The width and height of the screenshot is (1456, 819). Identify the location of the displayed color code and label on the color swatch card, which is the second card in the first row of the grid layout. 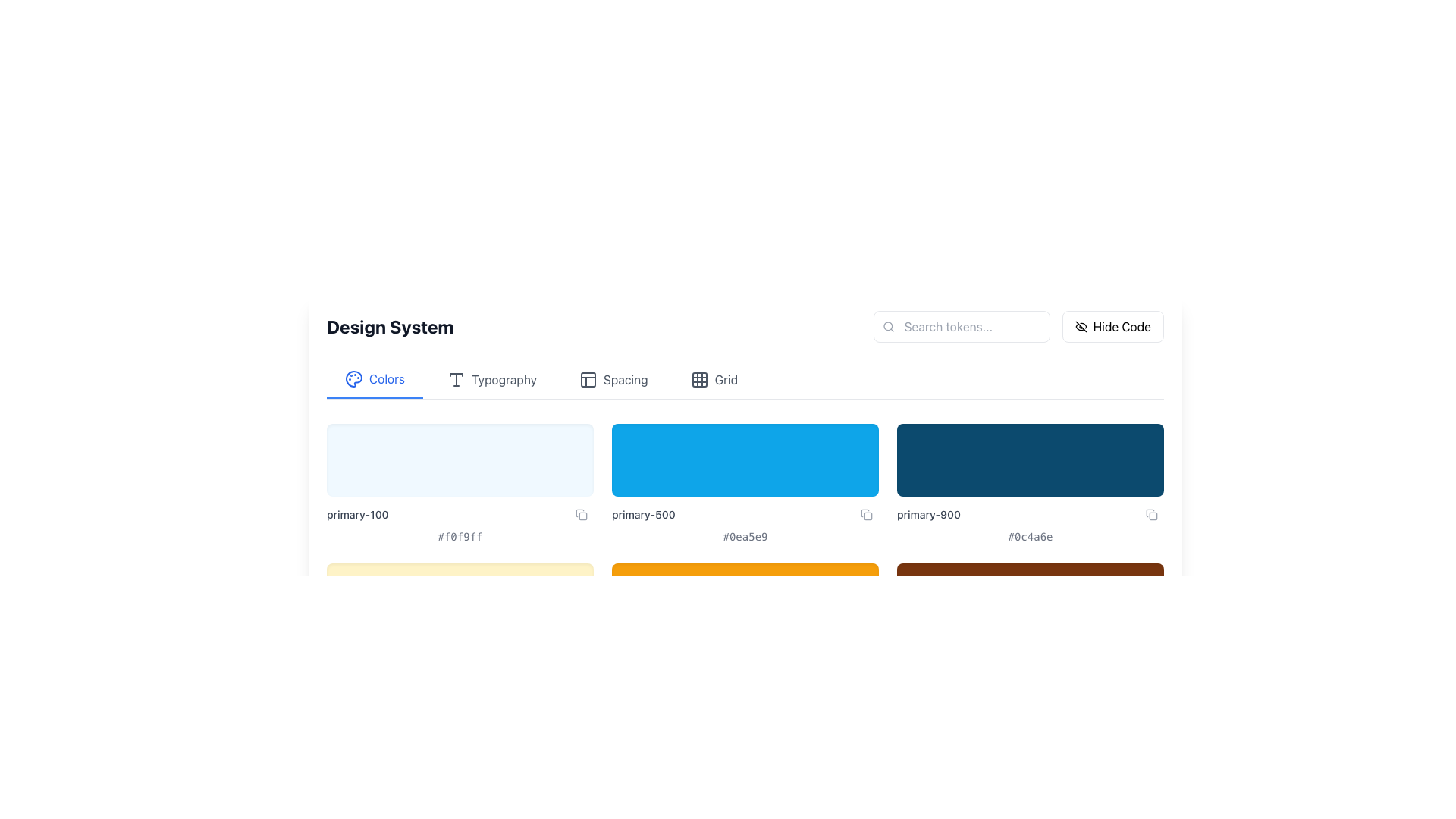
(745, 485).